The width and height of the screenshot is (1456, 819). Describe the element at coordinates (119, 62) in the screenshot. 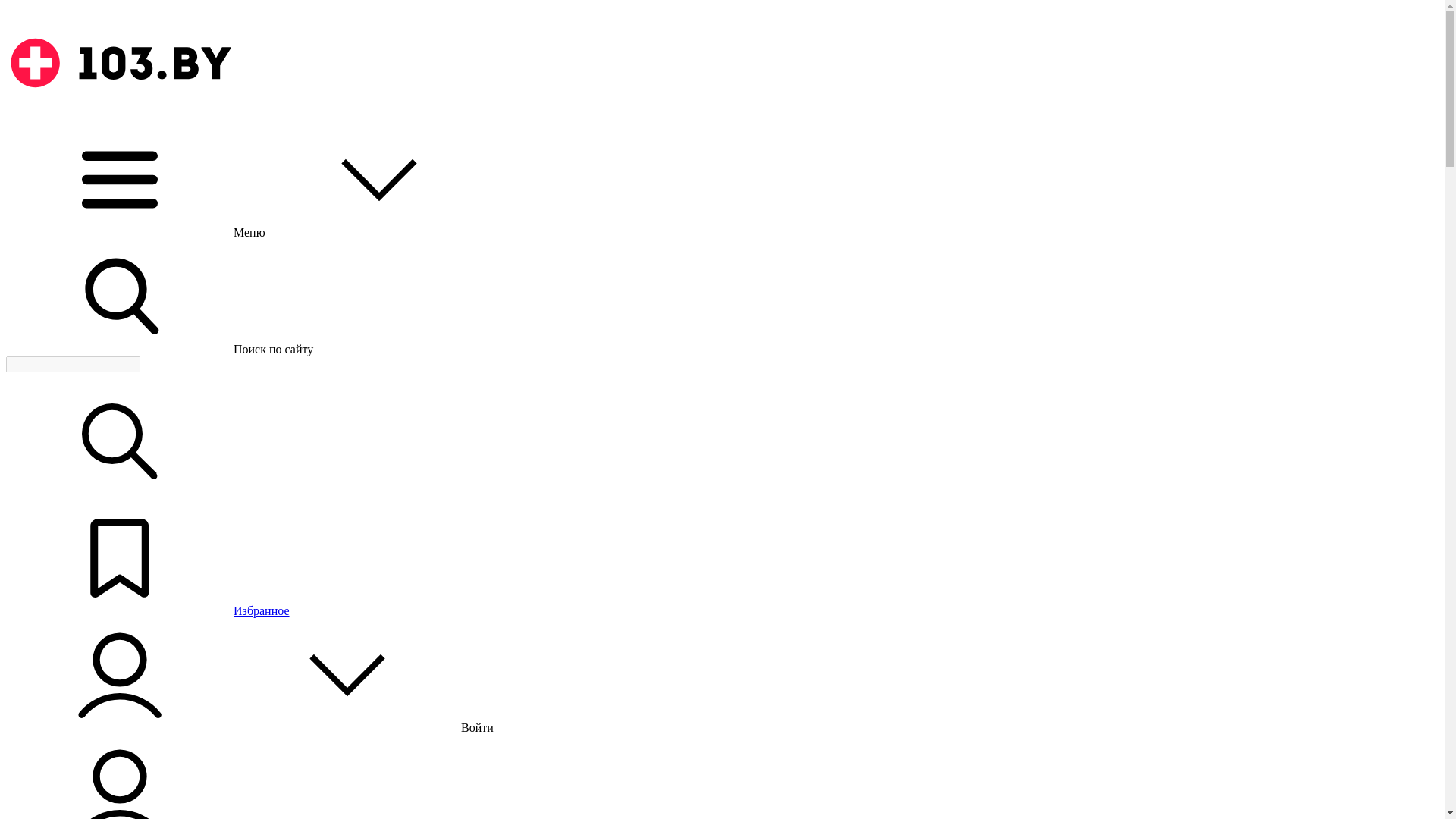

I see `'logo'` at that location.